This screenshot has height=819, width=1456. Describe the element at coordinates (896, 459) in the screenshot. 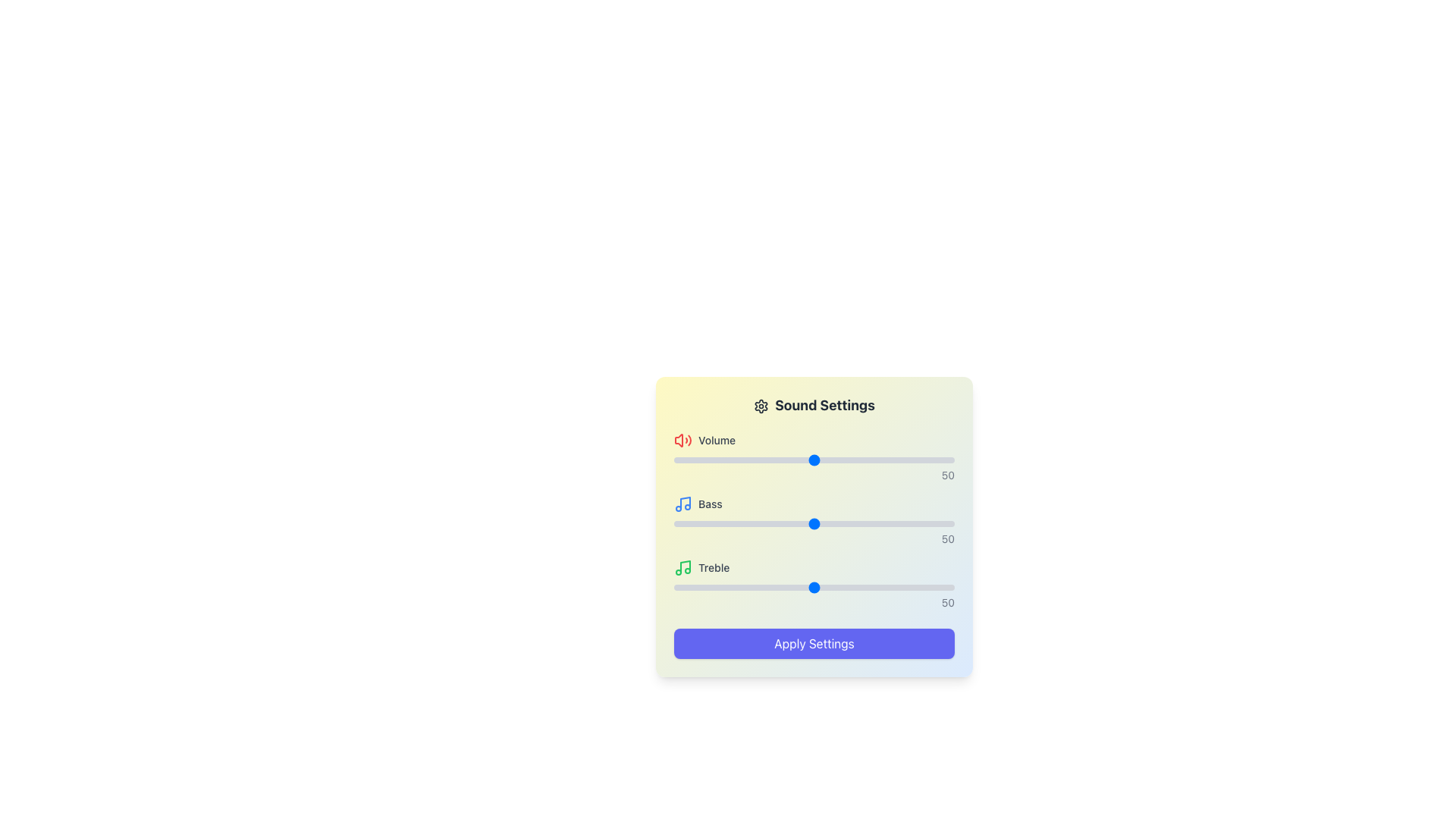

I see `the volume` at that location.